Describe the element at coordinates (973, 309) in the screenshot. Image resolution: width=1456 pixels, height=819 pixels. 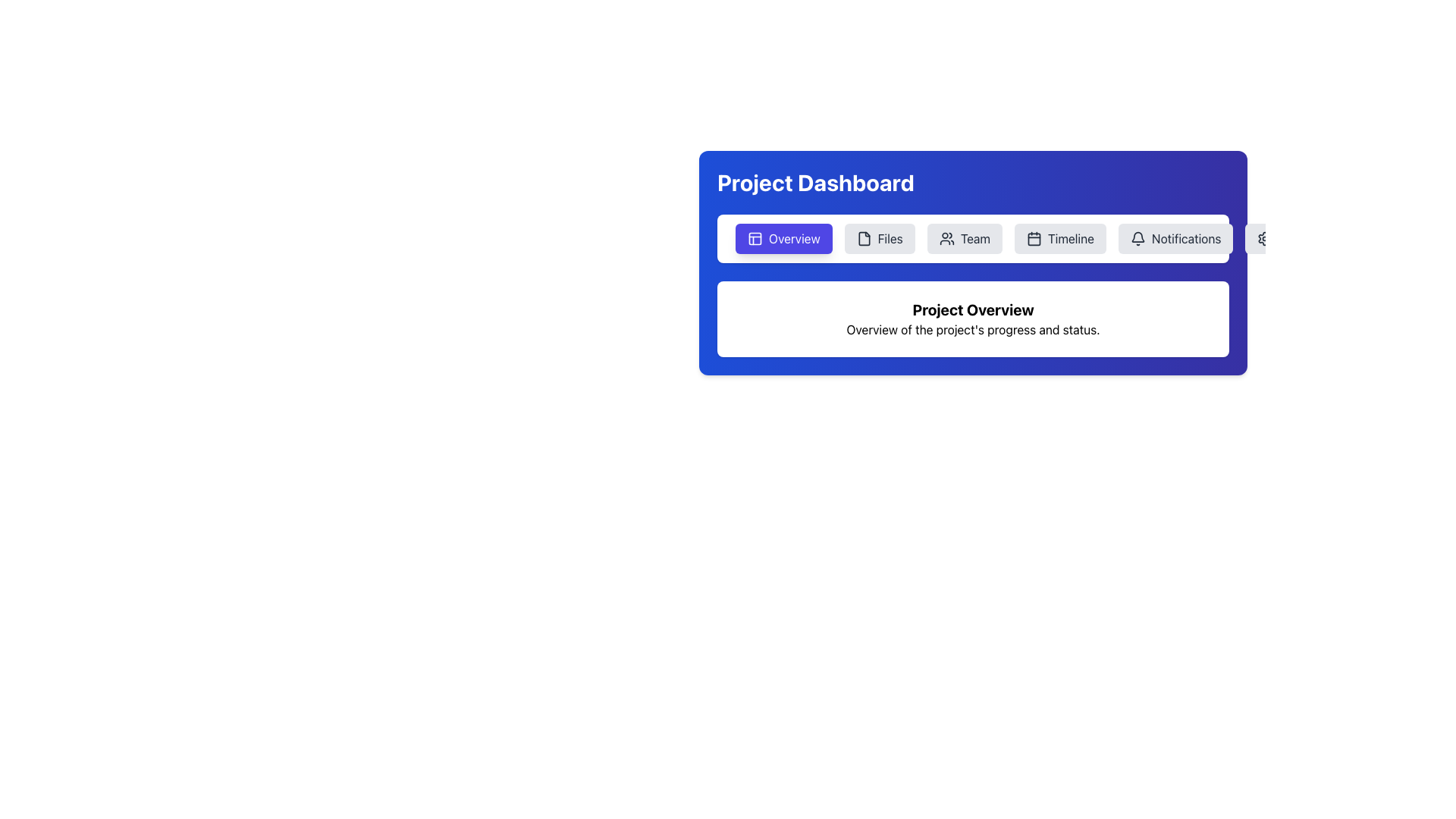
I see `the bold text label displaying 'Project Overview'` at that location.